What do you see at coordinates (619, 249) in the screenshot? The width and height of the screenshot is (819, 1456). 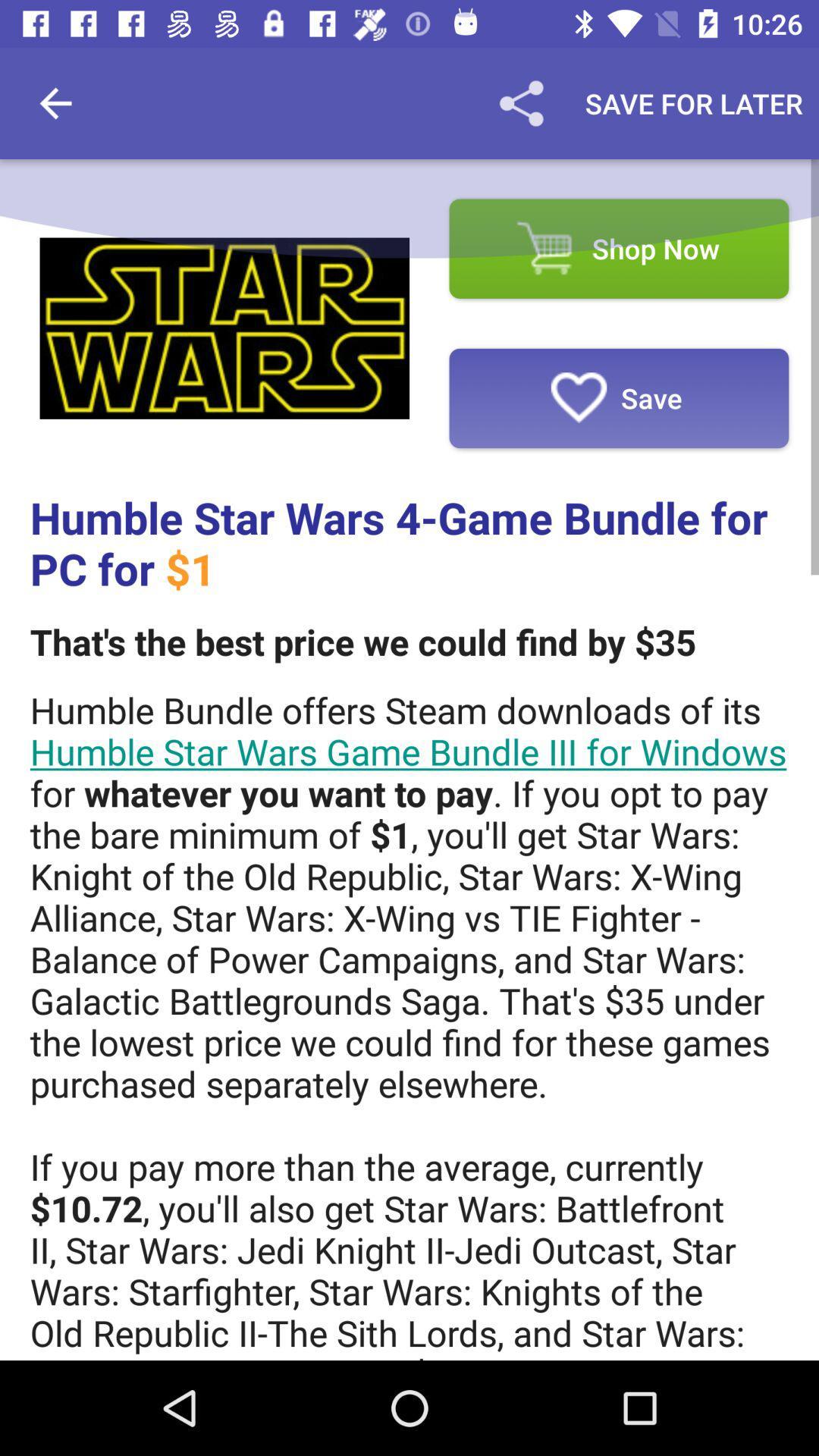 I see `the shop now item` at bounding box center [619, 249].